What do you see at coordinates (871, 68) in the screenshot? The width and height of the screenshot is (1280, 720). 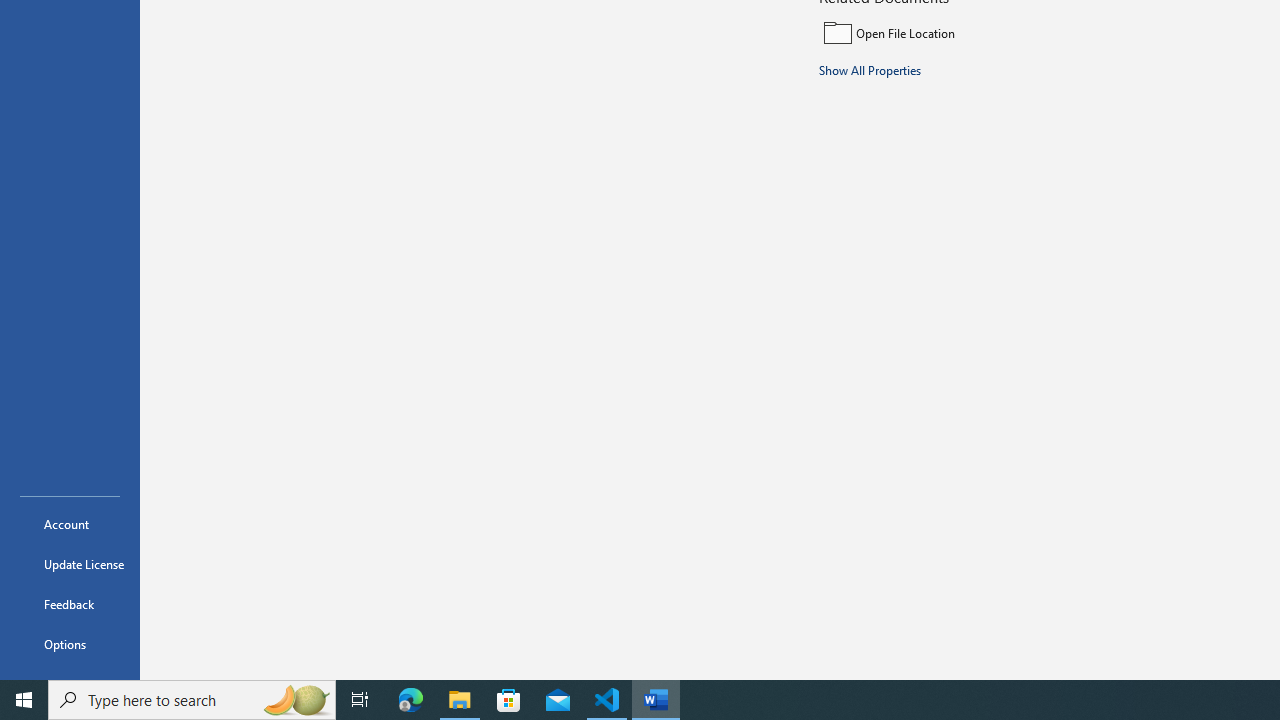 I see `'Show All Properties'` at bounding box center [871, 68].